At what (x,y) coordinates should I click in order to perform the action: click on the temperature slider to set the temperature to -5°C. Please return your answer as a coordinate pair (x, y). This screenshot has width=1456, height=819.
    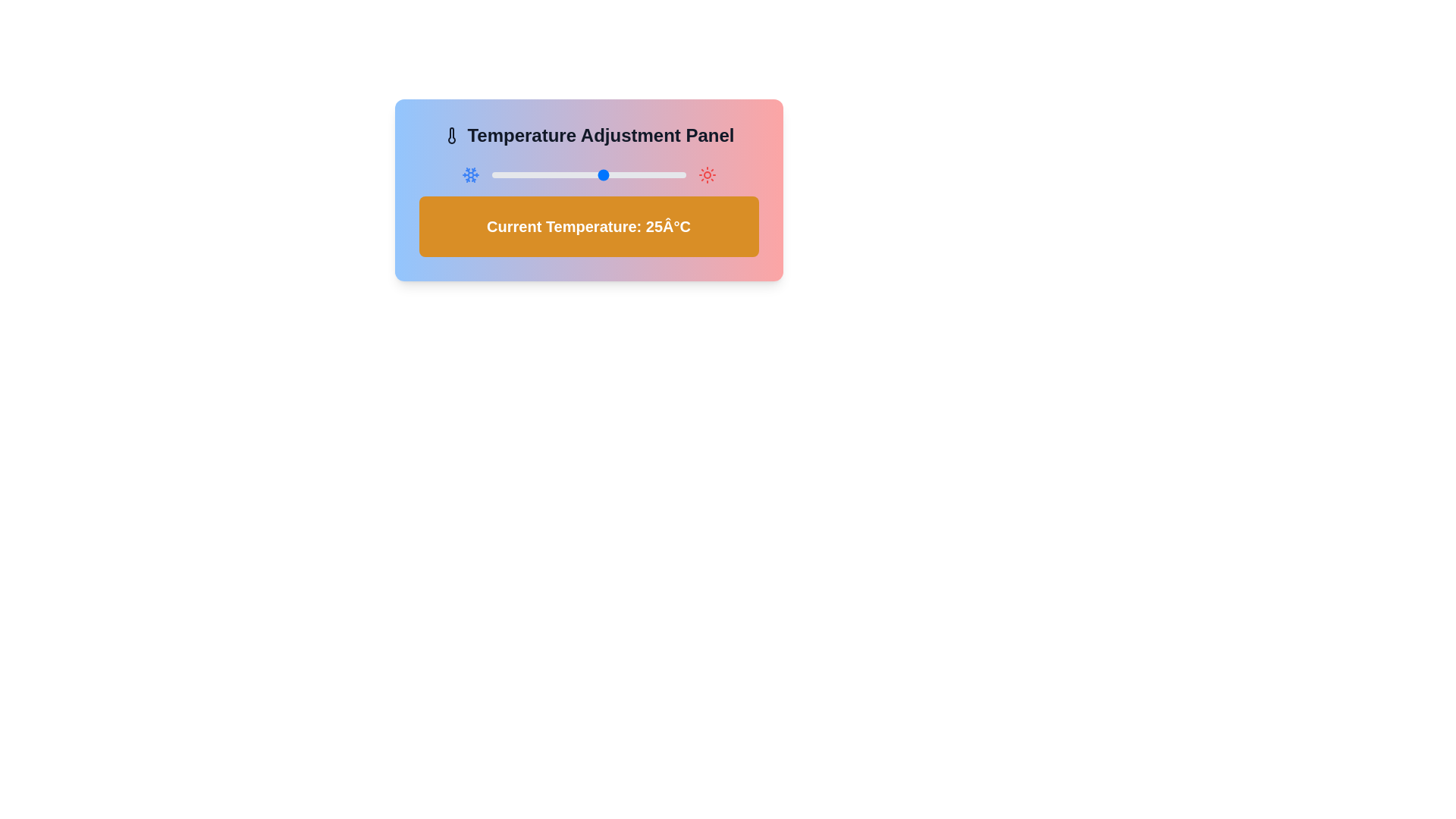
    Looking at the image, I should click on (507, 174).